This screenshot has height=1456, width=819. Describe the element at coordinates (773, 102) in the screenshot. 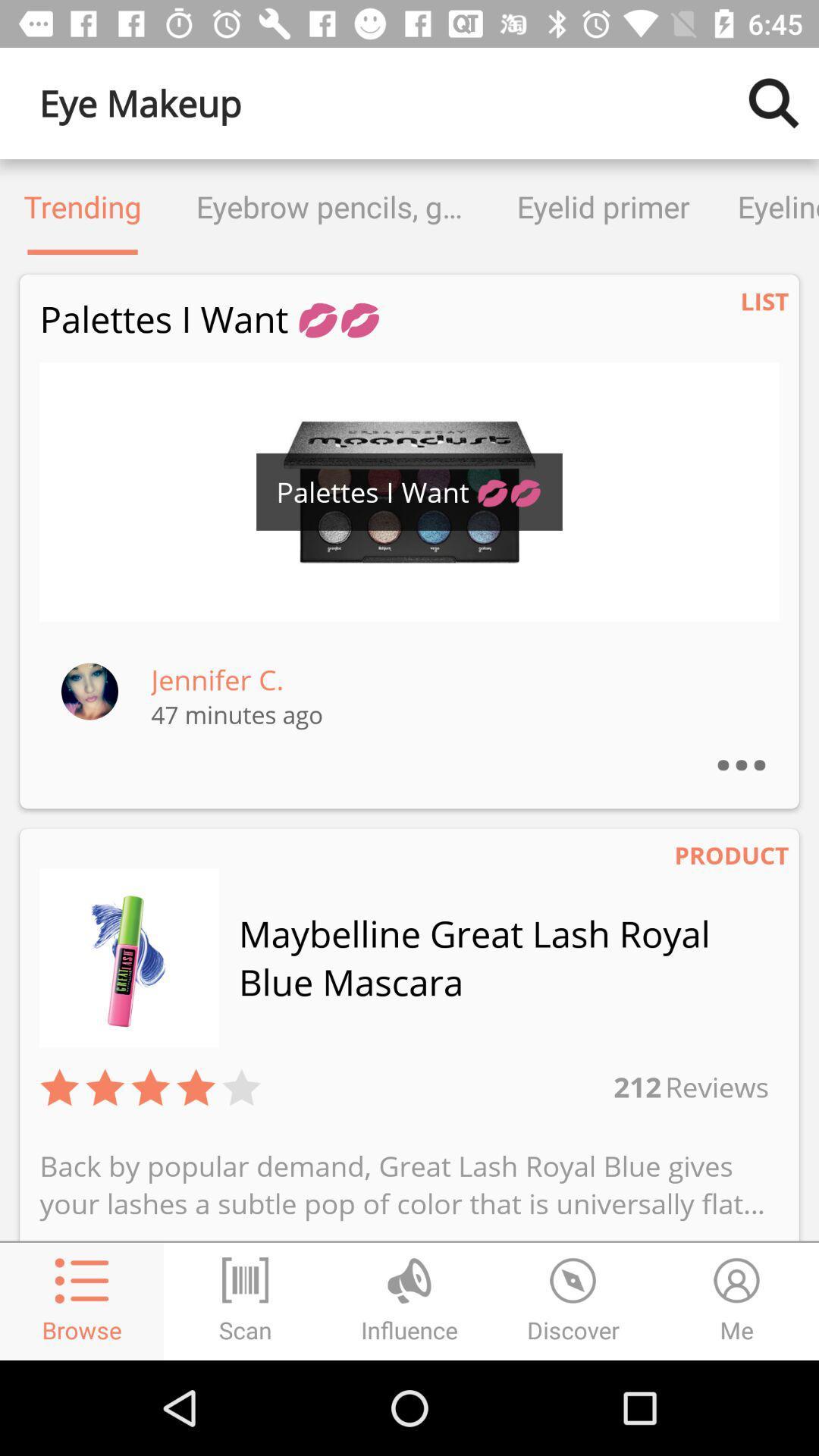

I see `the item next to eye makeup` at that location.